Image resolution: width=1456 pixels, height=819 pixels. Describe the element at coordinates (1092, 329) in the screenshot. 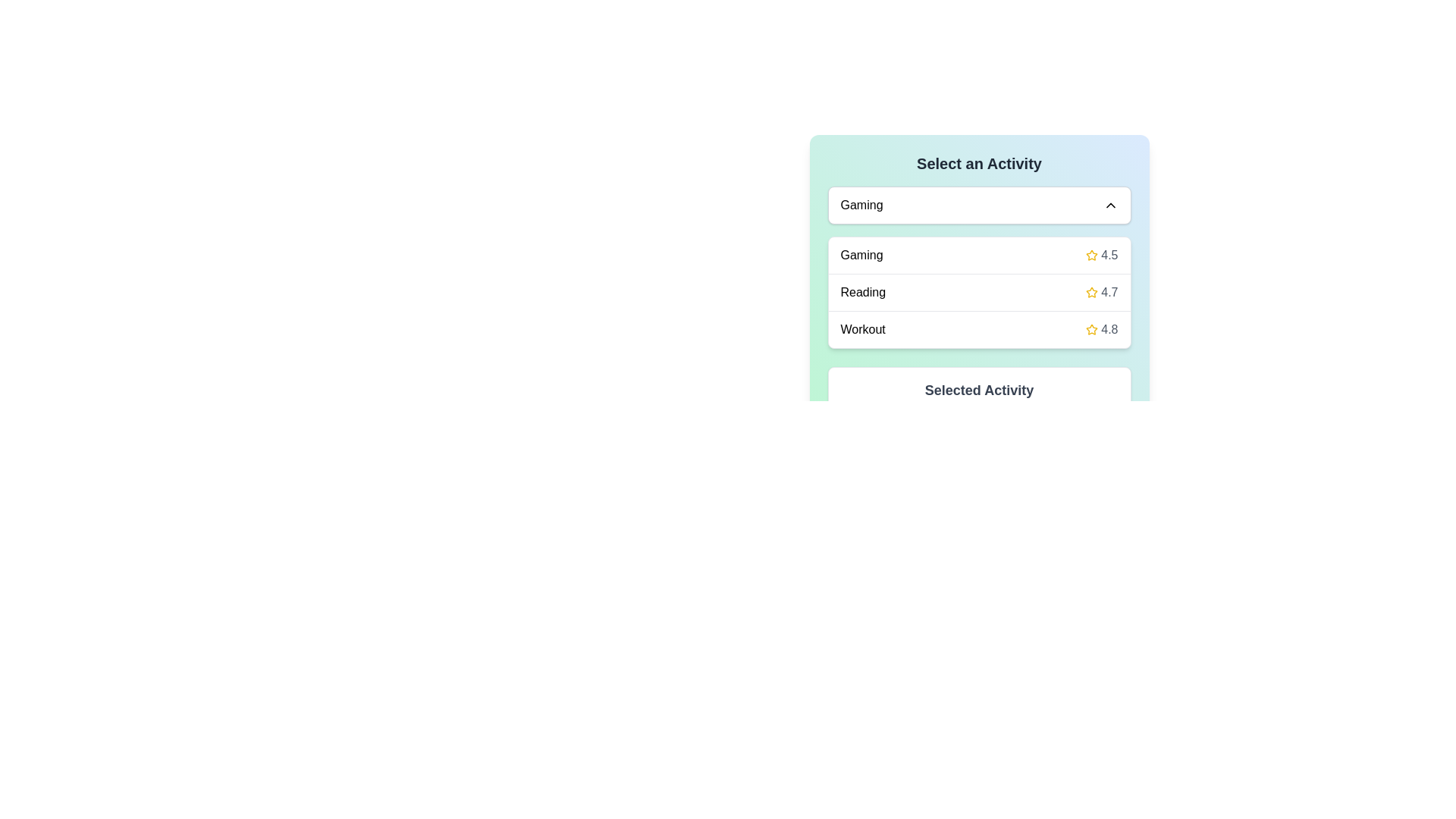

I see `the star rating icon representing a 4.8 rating for the 'Workout' activity in the activity selection menu` at that location.